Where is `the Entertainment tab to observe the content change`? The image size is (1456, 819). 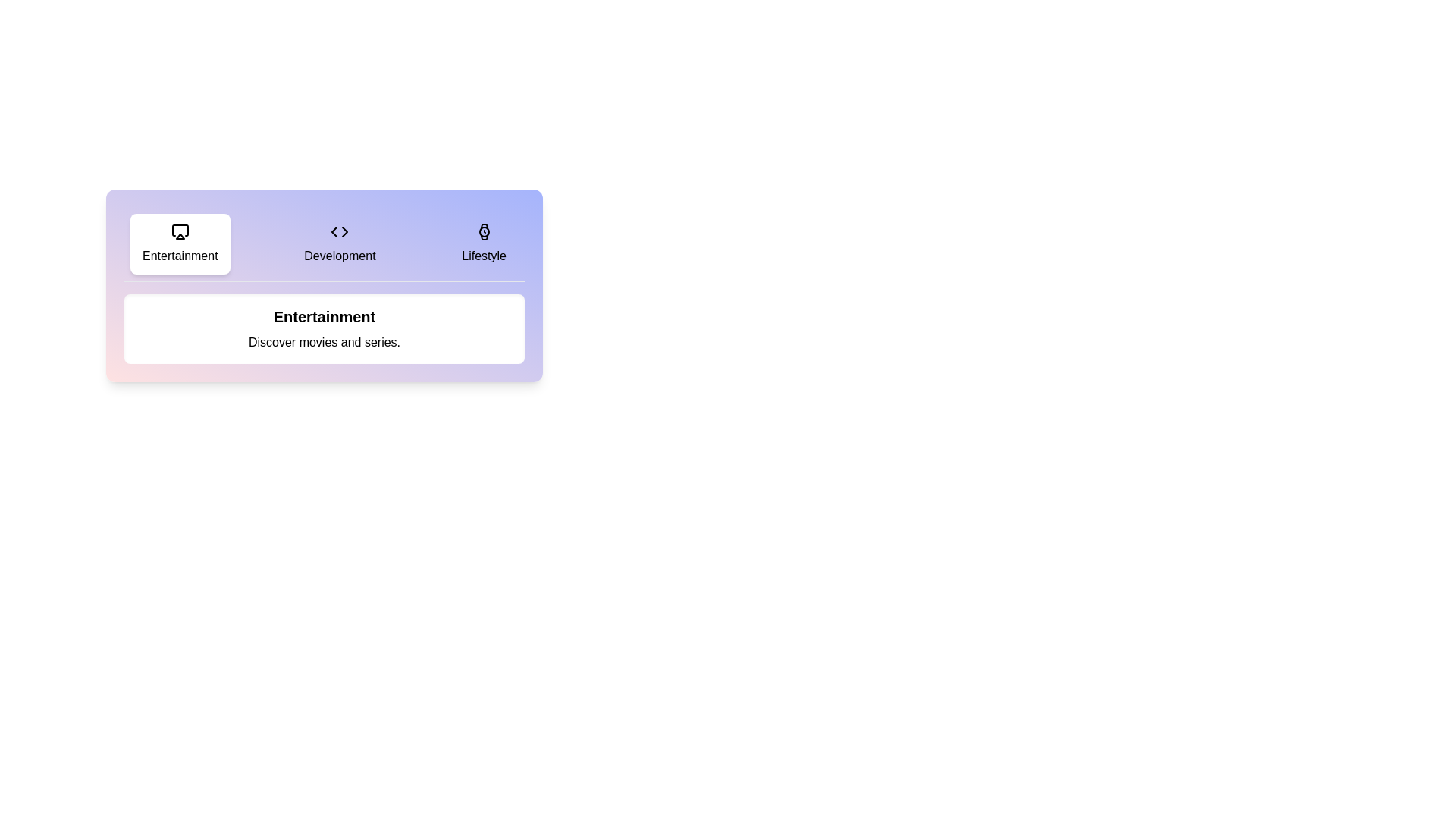
the Entertainment tab to observe the content change is located at coordinates (179, 243).